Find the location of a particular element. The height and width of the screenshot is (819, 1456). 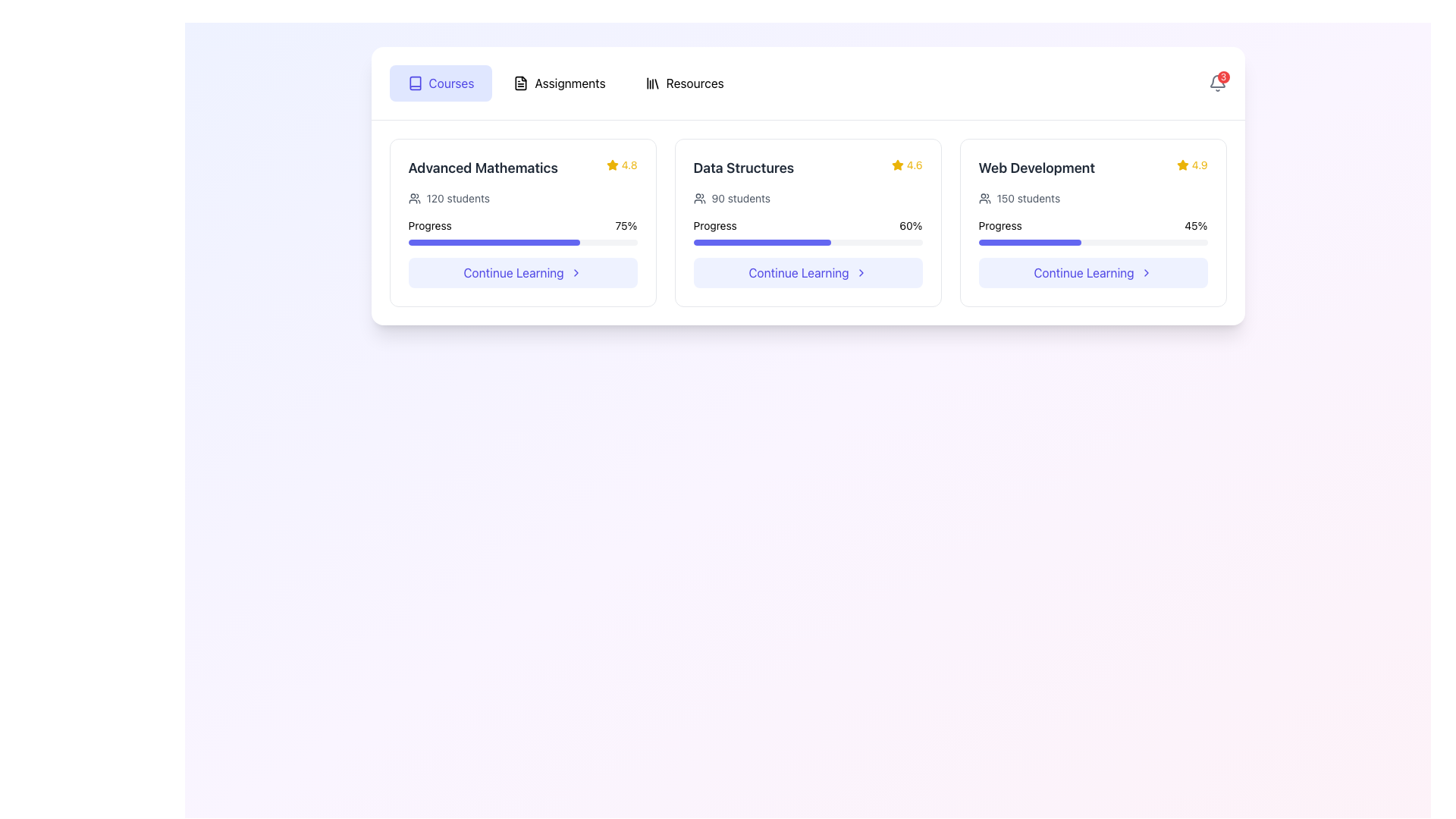

the second vertical line in the icon located in the top menu bar, which is part of a set of four similar elements is located at coordinates (656, 83).